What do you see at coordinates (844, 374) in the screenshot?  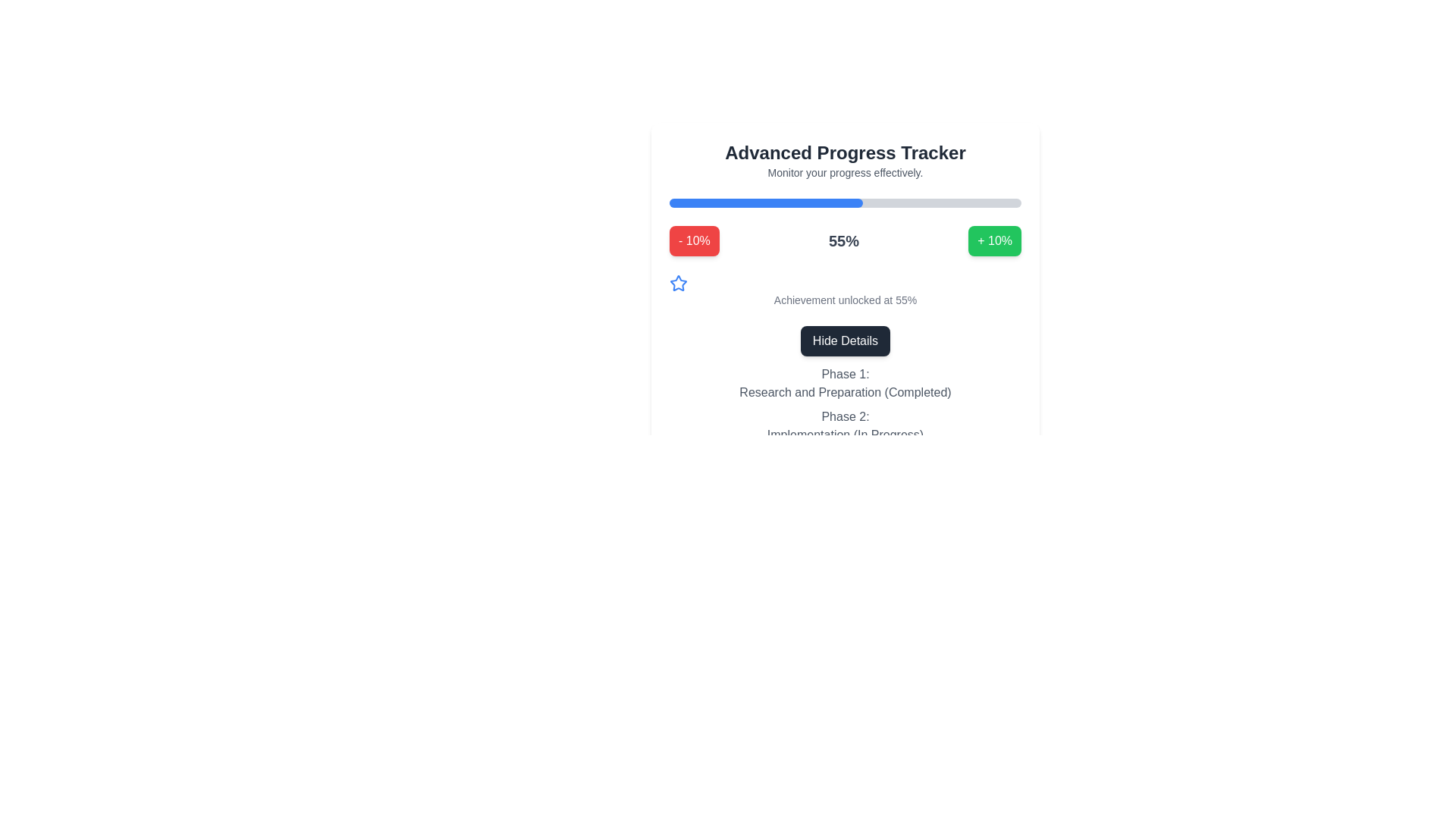 I see `the text header displaying 'Phase 1:'` at bounding box center [844, 374].